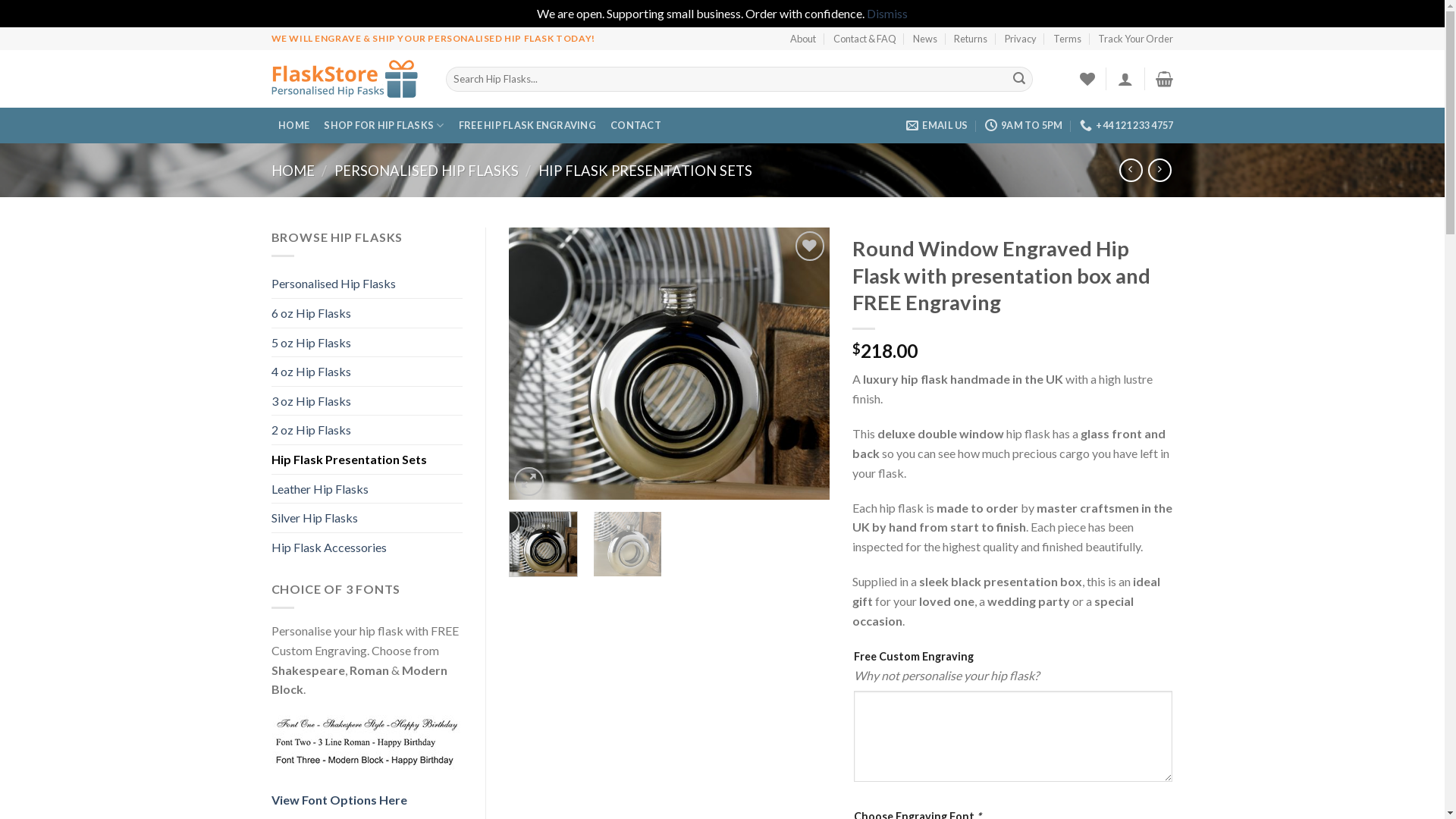 This screenshot has height=819, width=1456. Describe the element at coordinates (367, 371) in the screenshot. I see `'4 oz Hip Flasks'` at that location.